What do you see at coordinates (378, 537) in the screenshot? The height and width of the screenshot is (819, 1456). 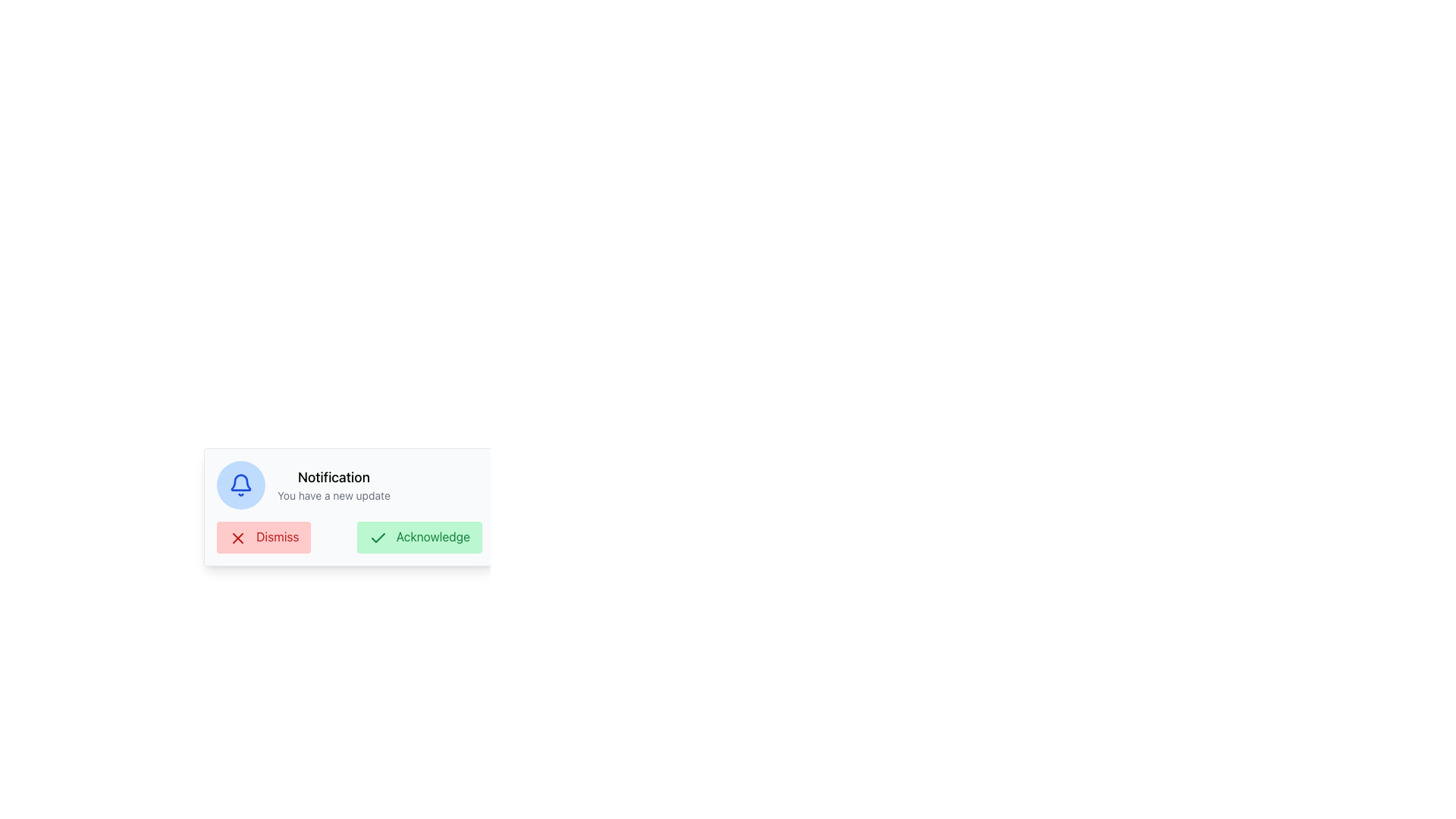 I see `the confirmation icon located inside the green 'Acknowledge' button on the right side of the action panel` at bounding box center [378, 537].